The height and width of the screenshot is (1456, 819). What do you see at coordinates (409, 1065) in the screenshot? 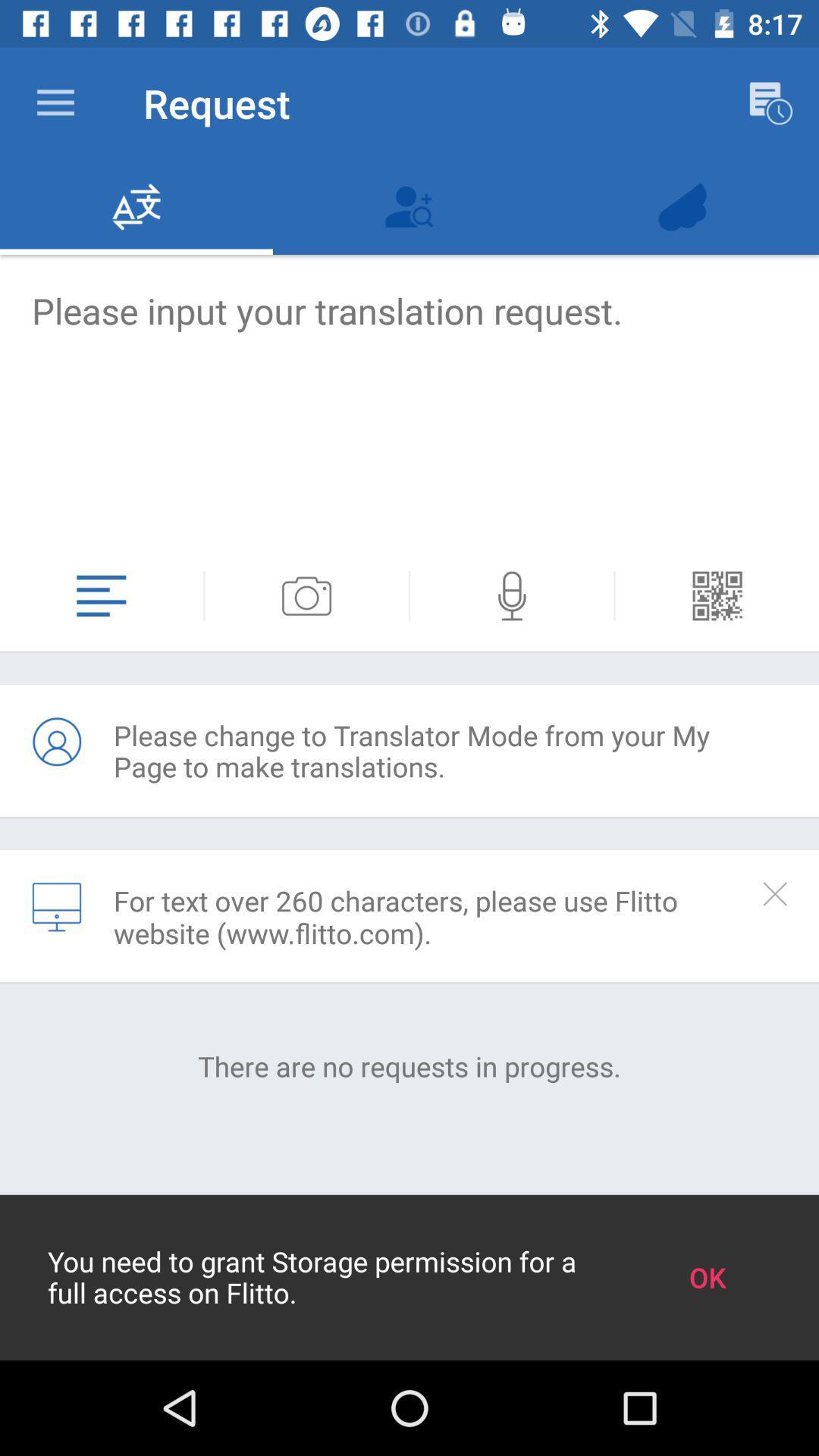
I see `there are no` at bounding box center [409, 1065].